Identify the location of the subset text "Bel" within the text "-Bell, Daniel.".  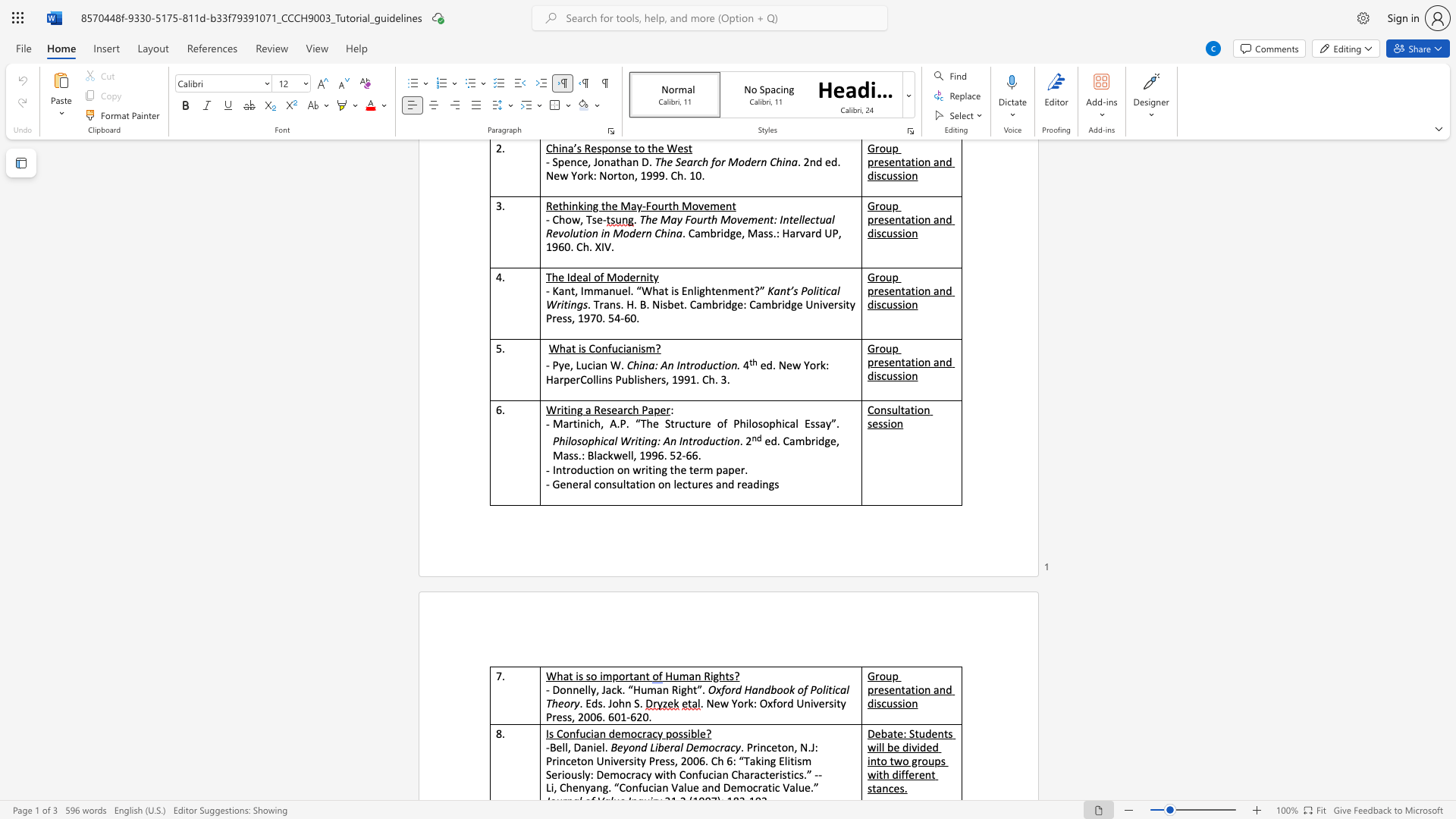
(548, 746).